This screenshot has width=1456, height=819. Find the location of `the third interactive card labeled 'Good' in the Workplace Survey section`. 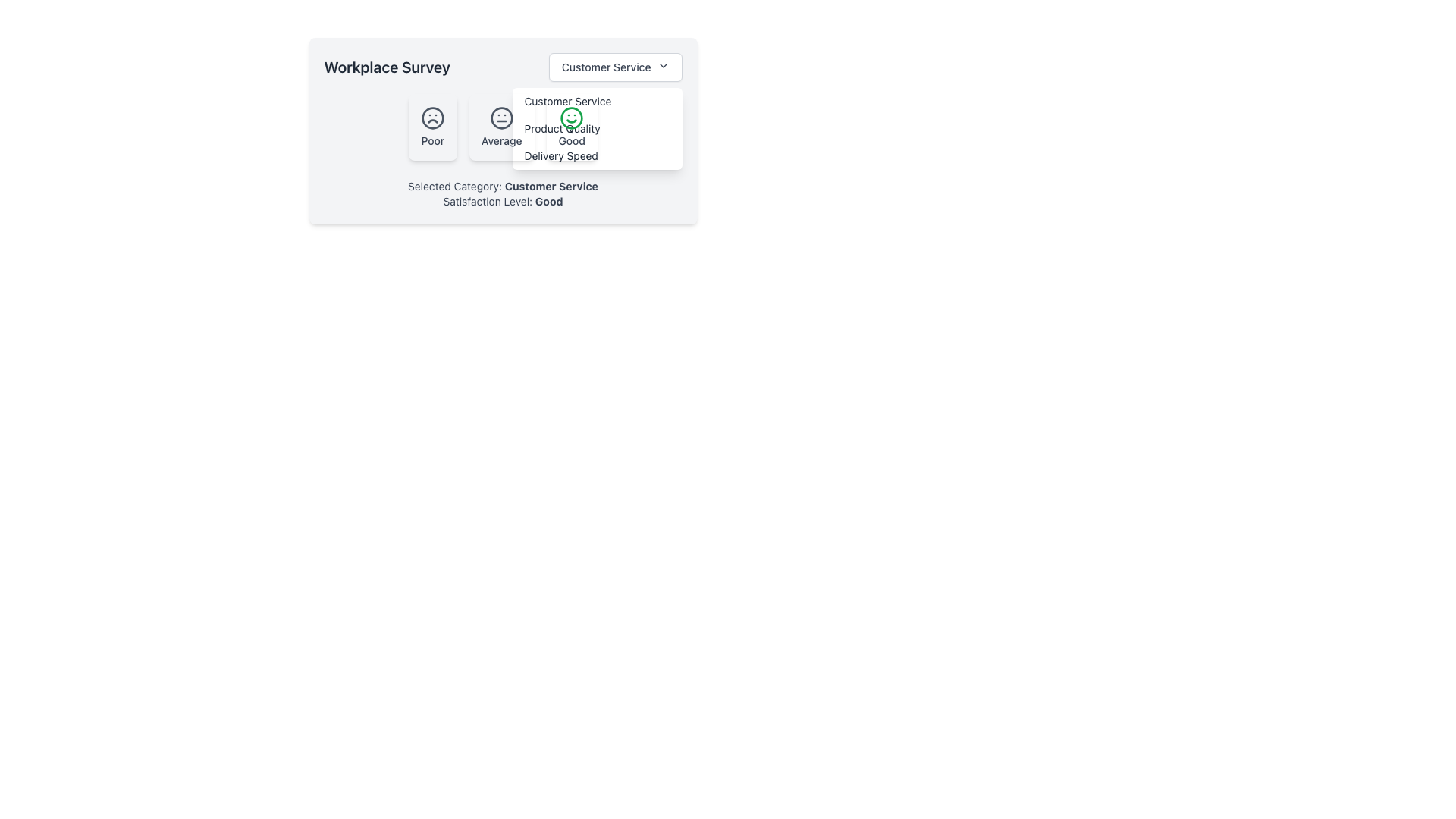

the third interactive card labeled 'Good' in the Workplace Survey section is located at coordinates (571, 127).